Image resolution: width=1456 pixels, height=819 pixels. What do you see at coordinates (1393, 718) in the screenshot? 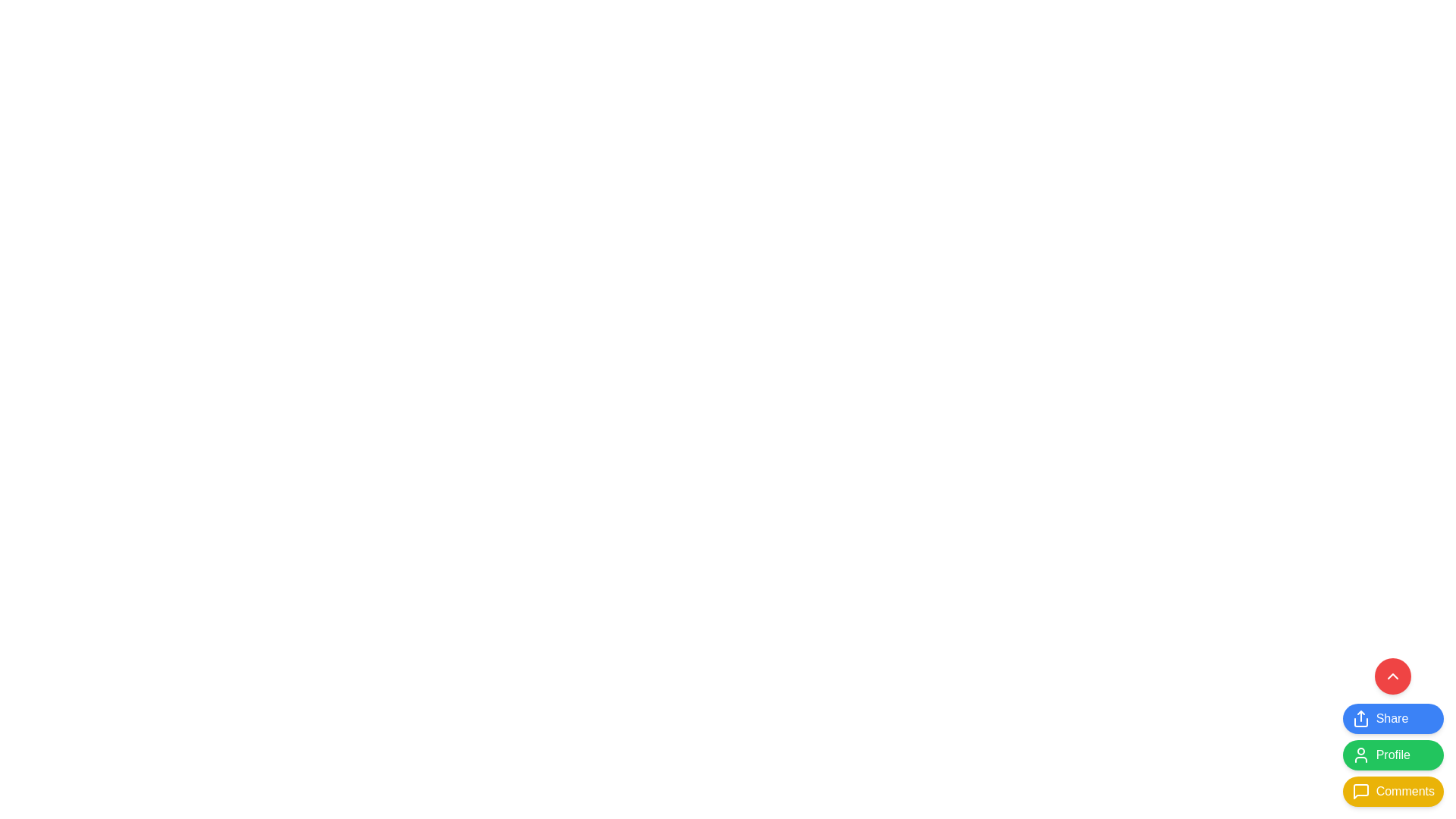
I see `the share button located in the bottom right corner of the interface, positioned above the 'Profile' and 'Comments' buttons, to trigger additional effects` at bounding box center [1393, 718].